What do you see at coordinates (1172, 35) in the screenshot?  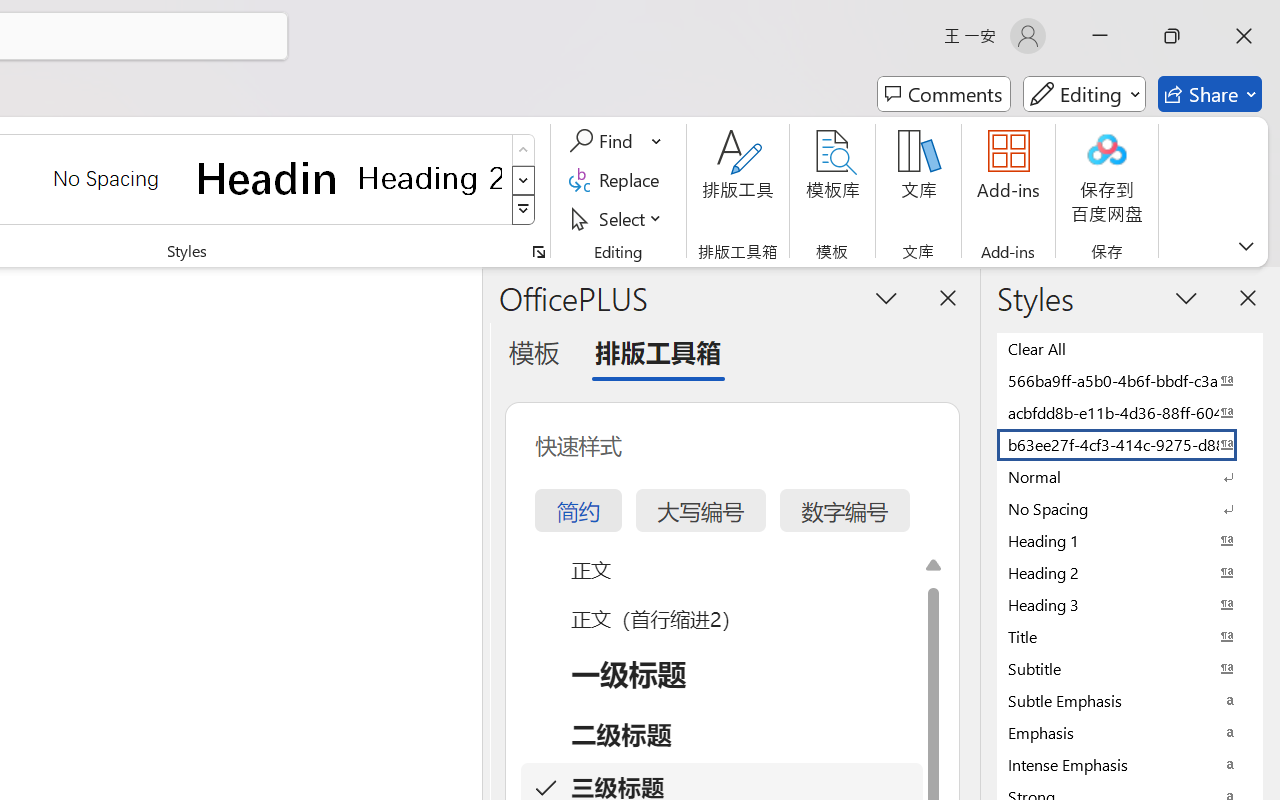 I see `'Restore Down'` at bounding box center [1172, 35].